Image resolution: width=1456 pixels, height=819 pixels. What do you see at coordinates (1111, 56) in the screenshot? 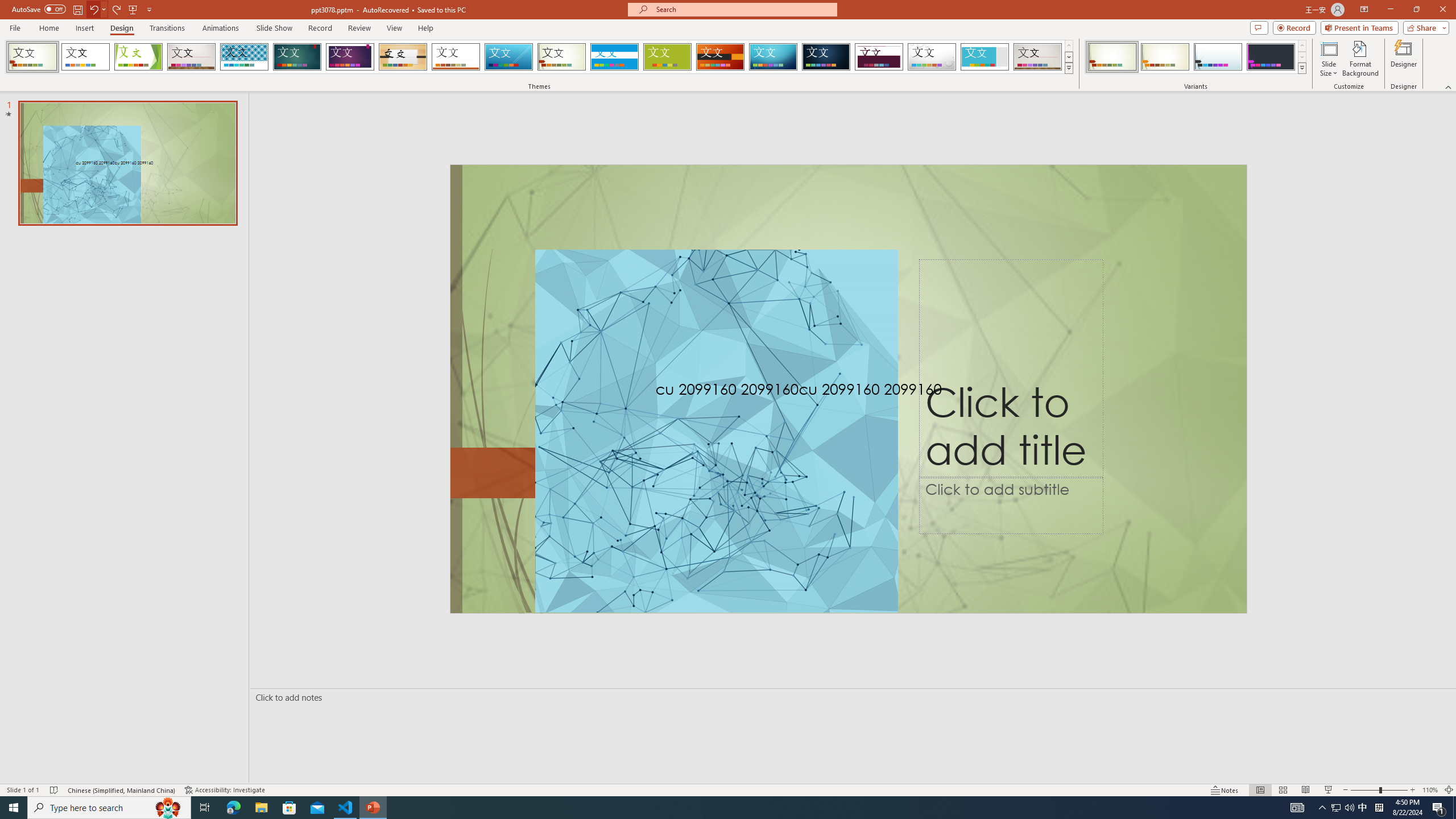
I see `'Wisp Variant 1'` at bounding box center [1111, 56].